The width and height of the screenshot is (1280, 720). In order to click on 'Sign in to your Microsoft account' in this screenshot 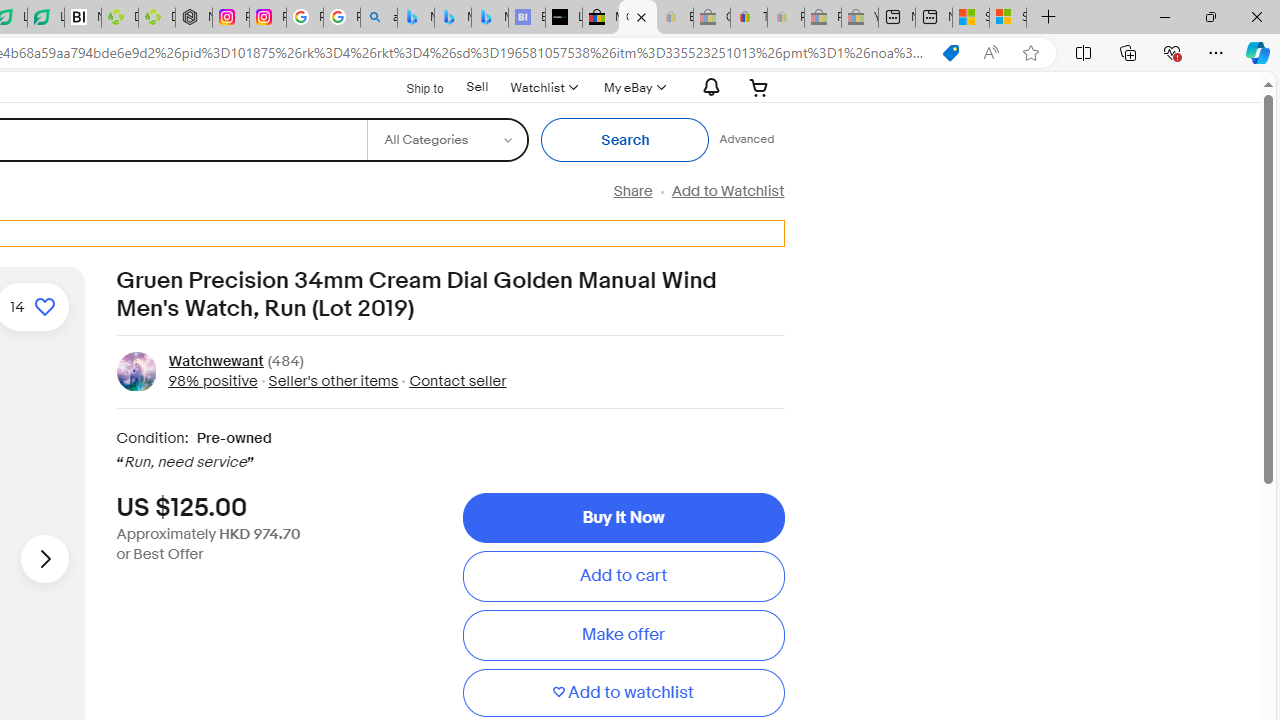, I will do `click(1008, 17)`.